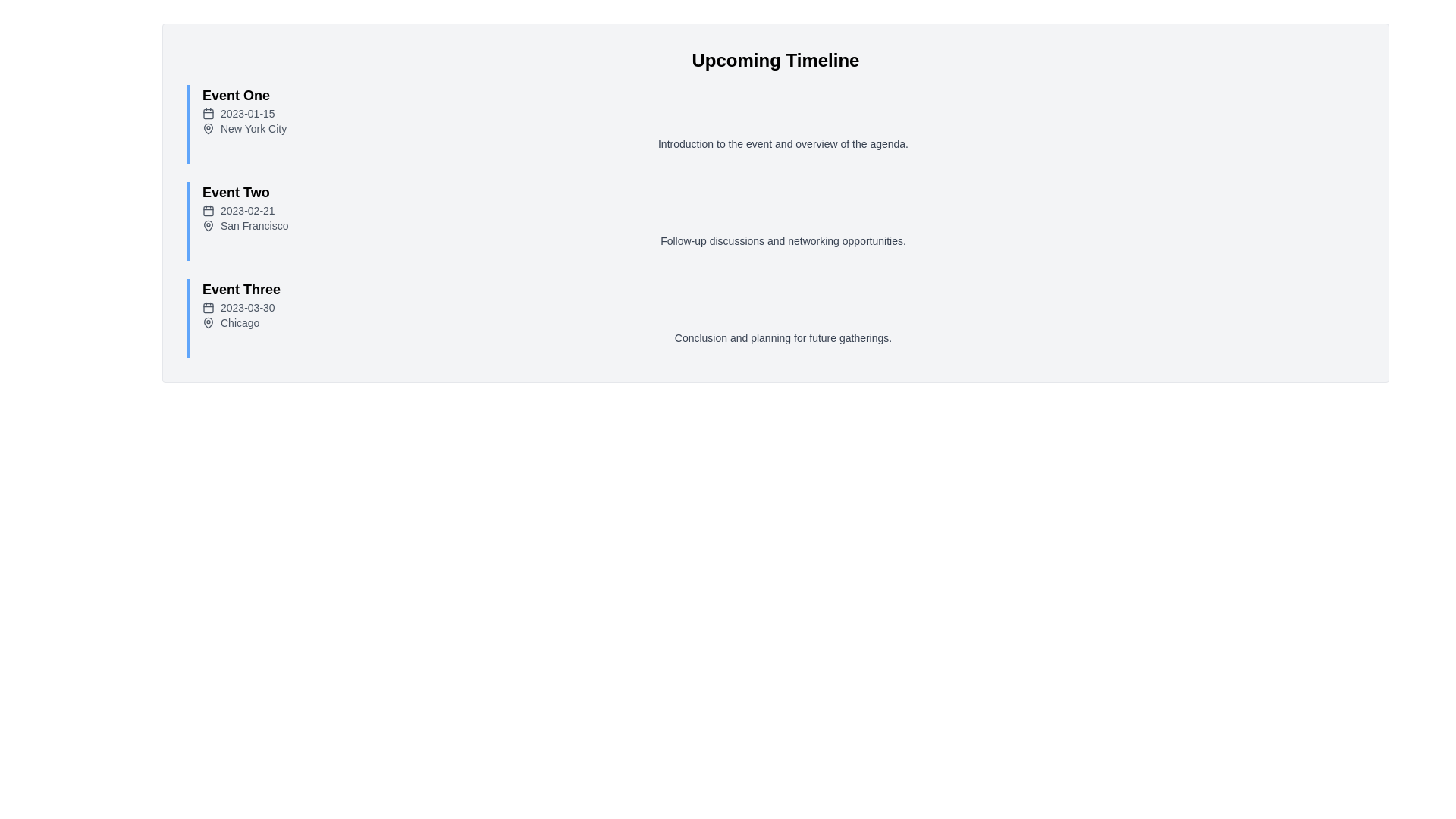  Describe the element at coordinates (775, 60) in the screenshot. I see `the bold heading element with the text 'Upcoming Timeline', which is styled to emphasize its importance and is centered at the top of the section` at that location.